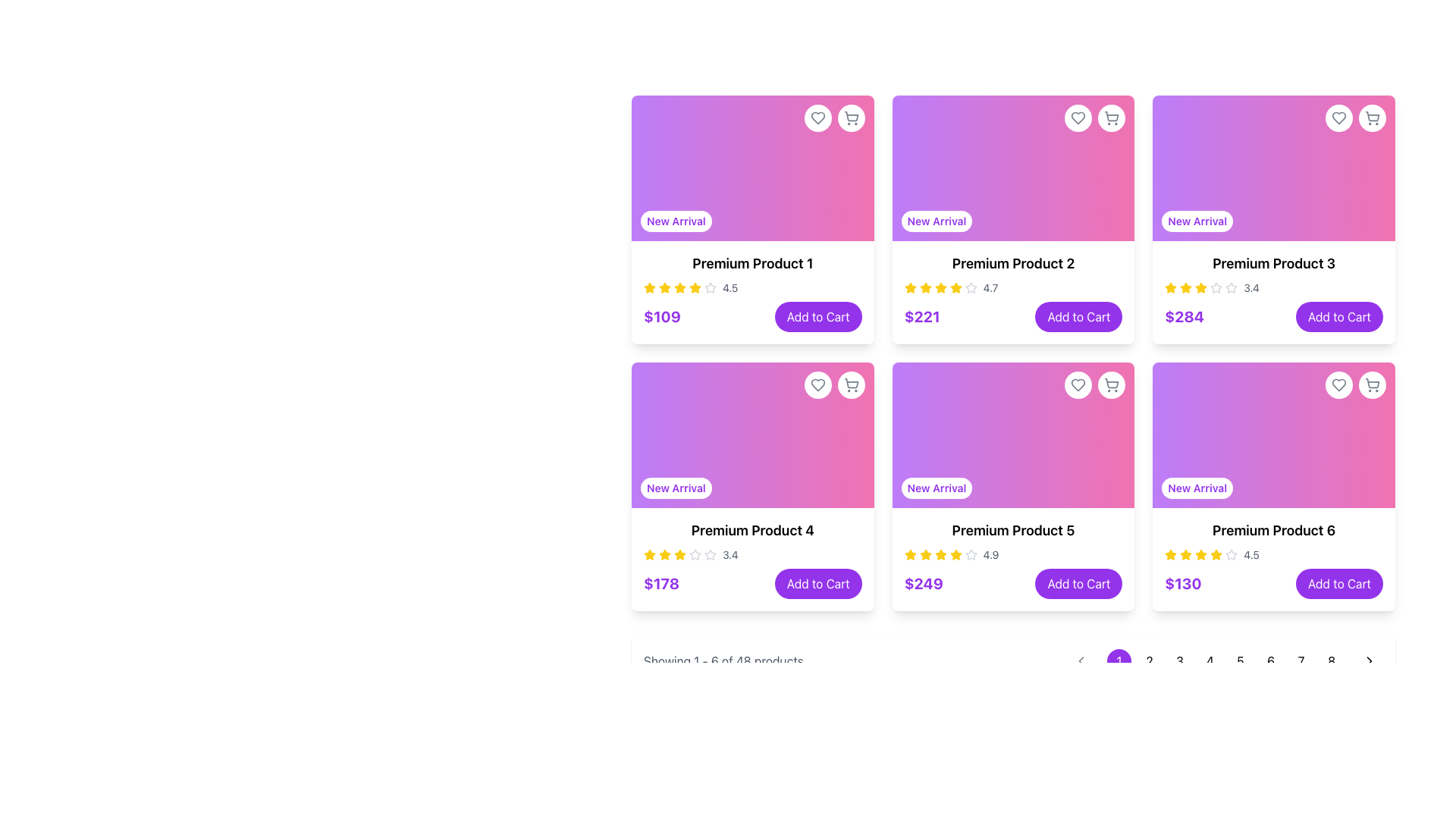 The image size is (1456, 819). I want to click on the shopping cart icon in the top-right corner of the 'Premium Product 3' card, so click(1372, 117).